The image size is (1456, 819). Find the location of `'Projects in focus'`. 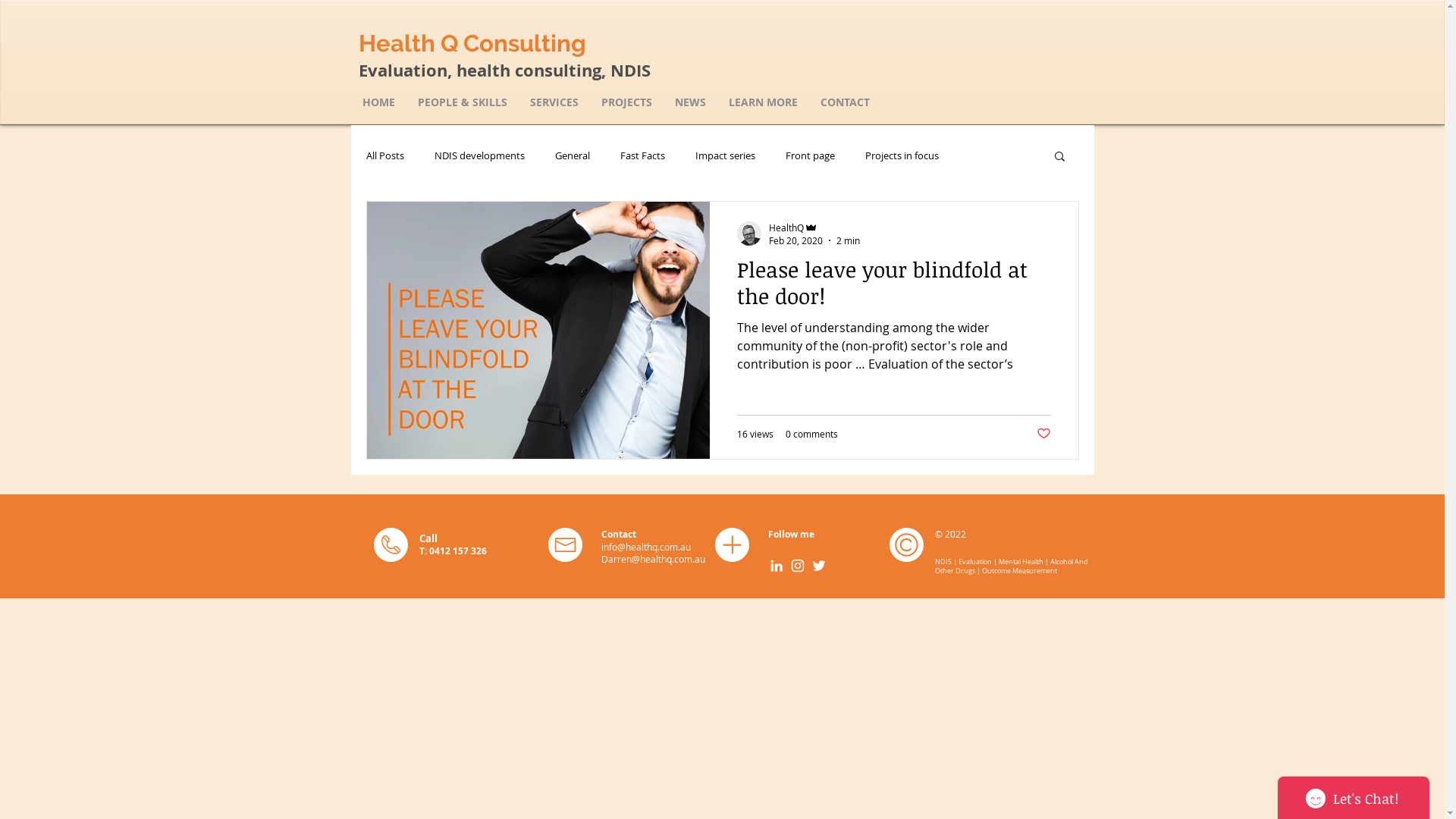

'Projects in focus' is located at coordinates (901, 155).